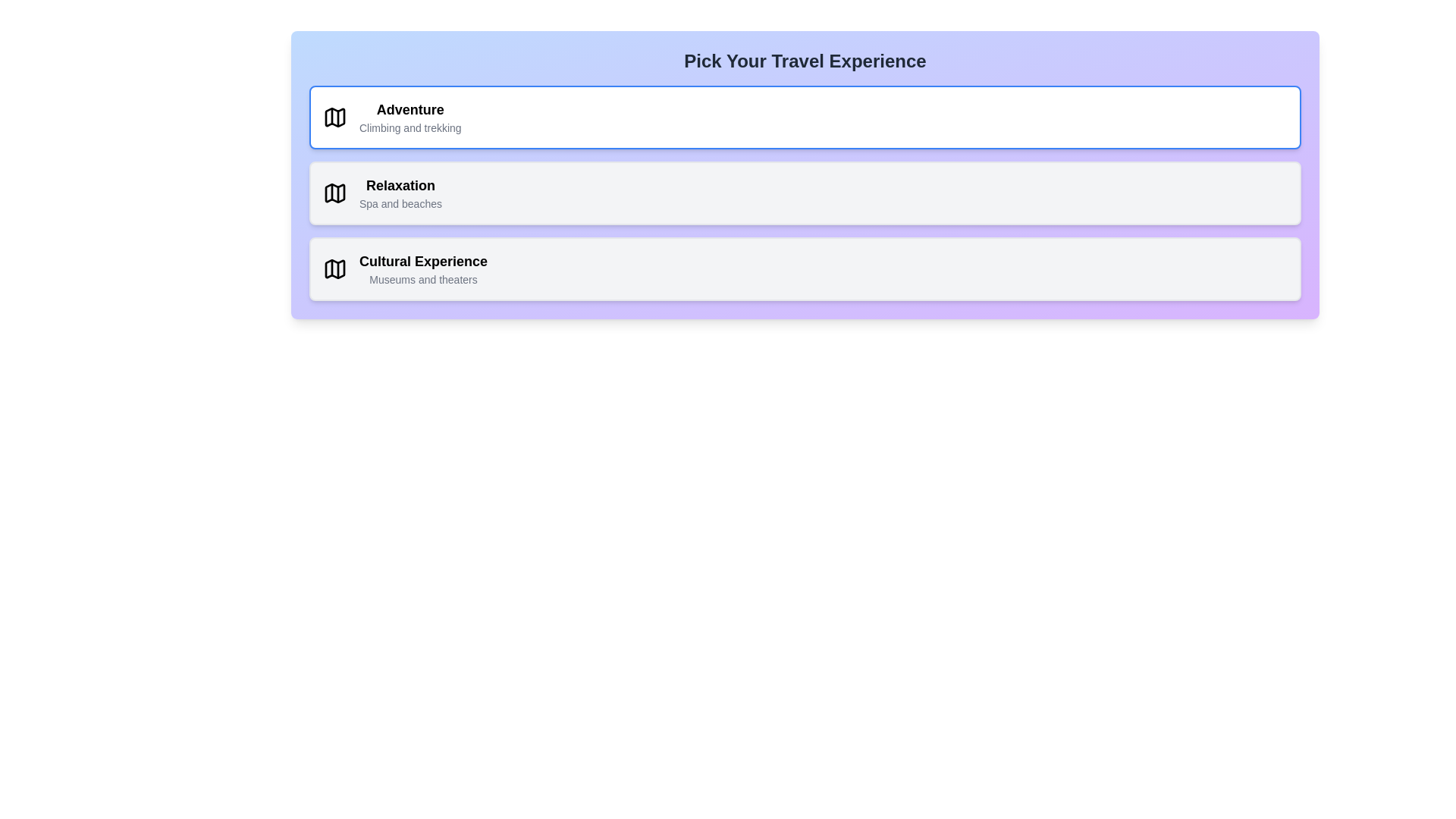  I want to click on icon representing the cultural experience located in the upper-left section of the 'Cultural Experience' card, adjacent to the text 'Cultural Experience', so click(334, 268).